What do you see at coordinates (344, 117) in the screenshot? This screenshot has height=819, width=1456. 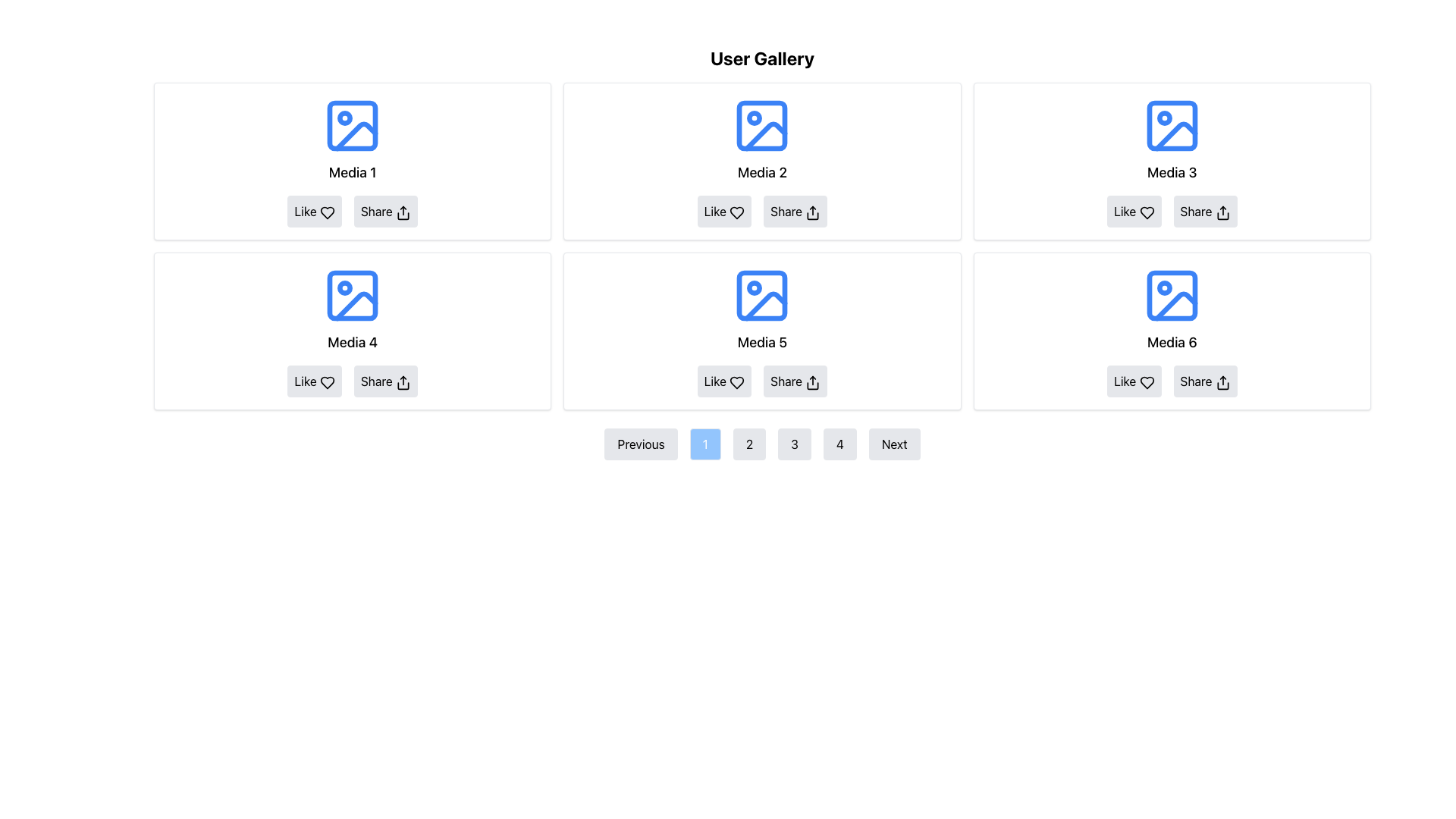 I see `the icon or marker within the first media card in the top-left corner of the gallery, which is embedded in the image icon and located near the top-left corner of the blue-outlined frame` at bounding box center [344, 117].